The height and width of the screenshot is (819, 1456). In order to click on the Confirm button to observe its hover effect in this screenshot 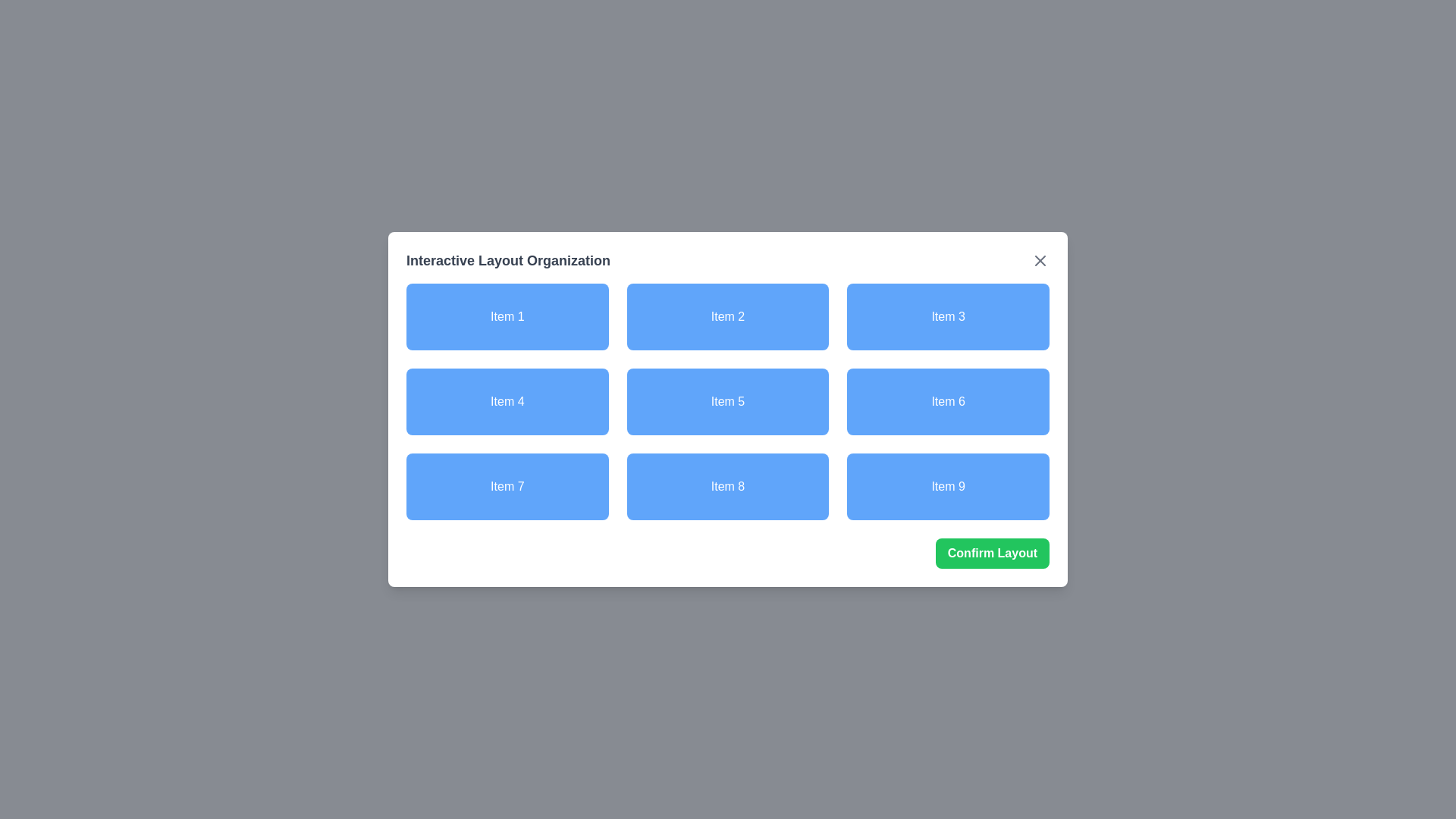, I will do `click(992, 553)`.